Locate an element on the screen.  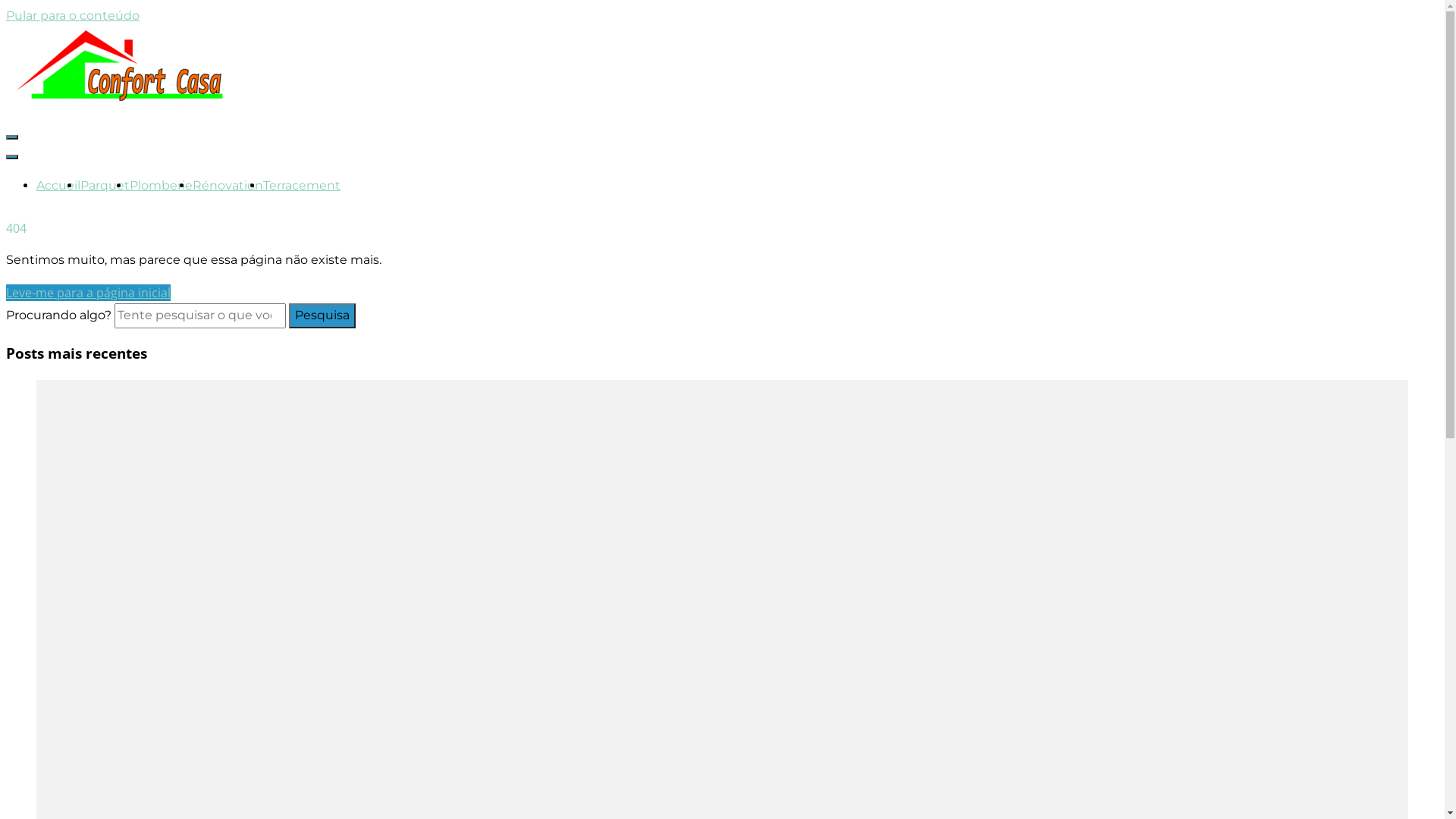
'Accueil' is located at coordinates (58, 184).